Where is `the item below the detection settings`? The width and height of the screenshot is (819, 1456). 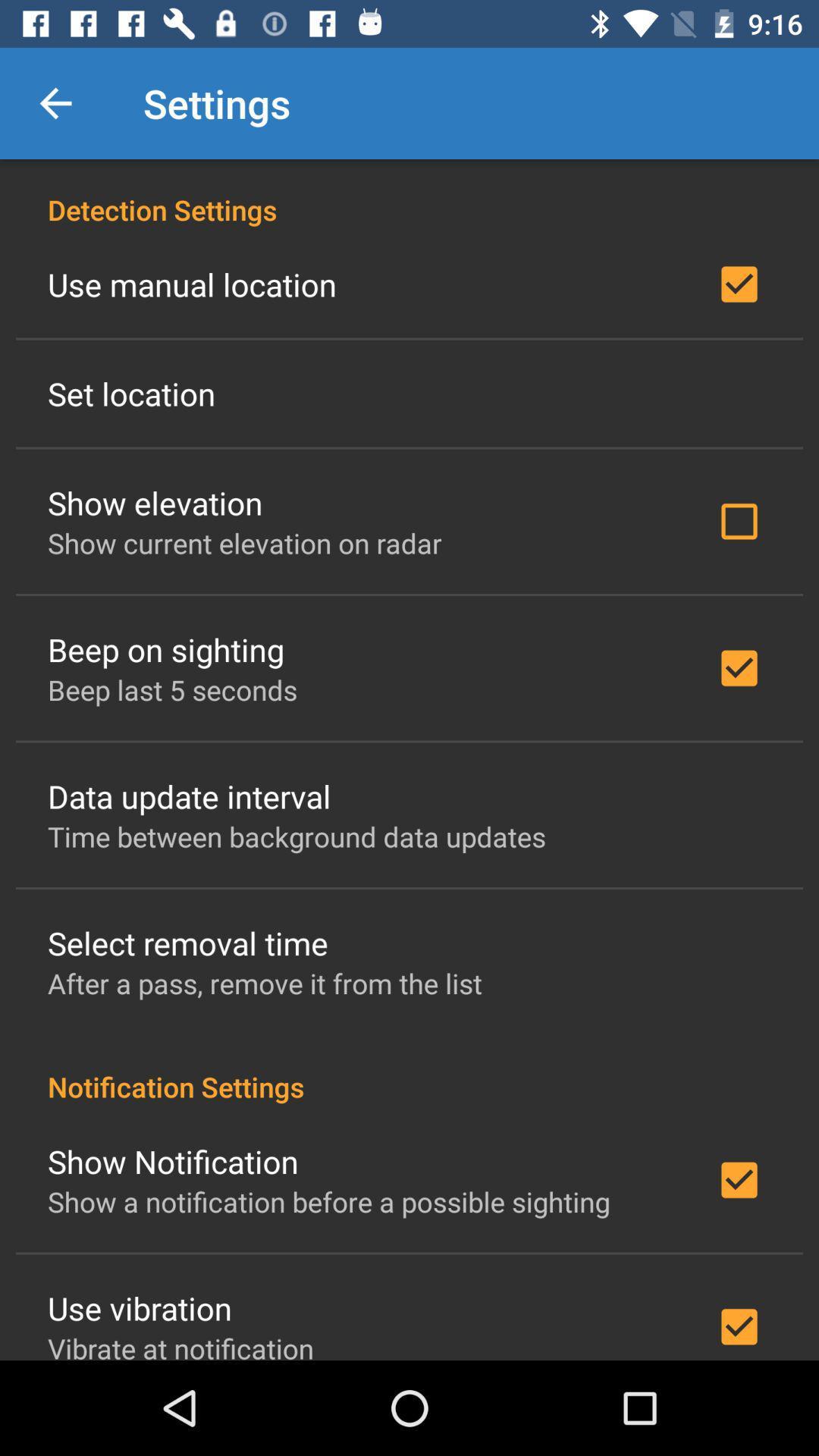 the item below the detection settings is located at coordinates (191, 284).